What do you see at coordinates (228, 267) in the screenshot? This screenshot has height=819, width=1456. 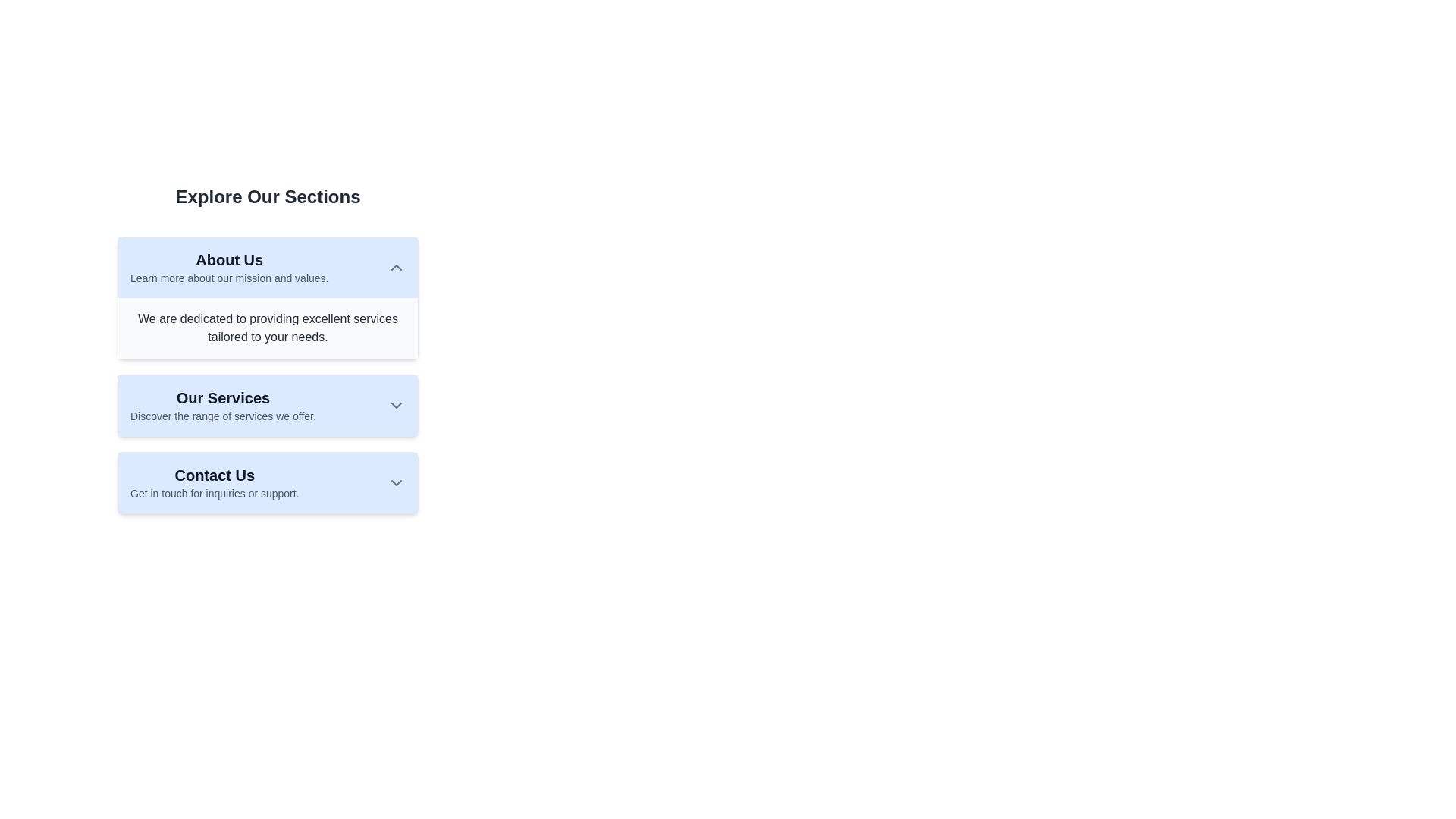 I see `text content of the 'About Us' section in the Text block, which is the first element under 'Explore Our Sections' and is visually separated from 'Our Services'` at bounding box center [228, 267].